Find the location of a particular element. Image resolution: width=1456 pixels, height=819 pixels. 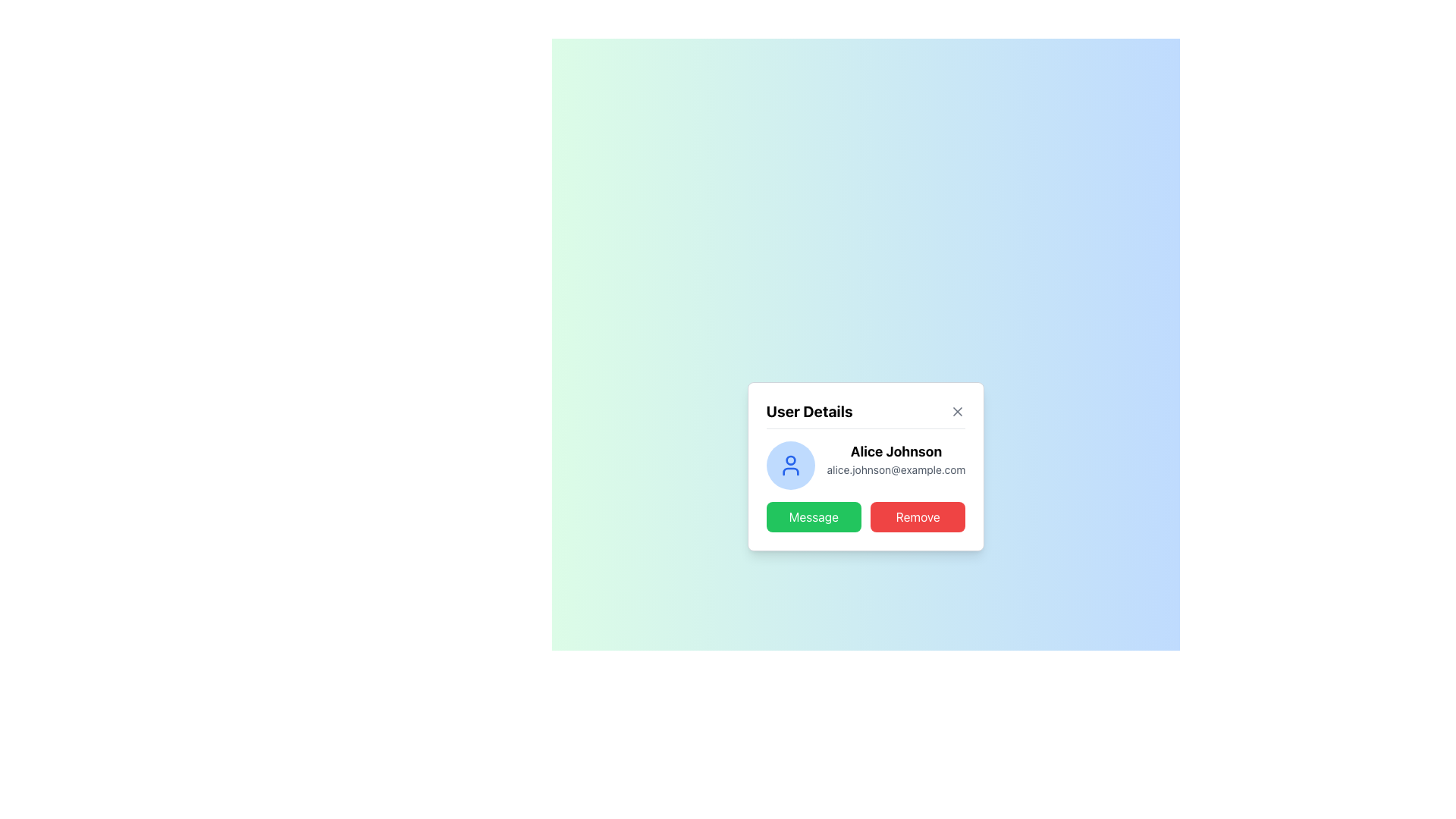

the Profile display element that shows the user's name and email address is located at coordinates (866, 464).